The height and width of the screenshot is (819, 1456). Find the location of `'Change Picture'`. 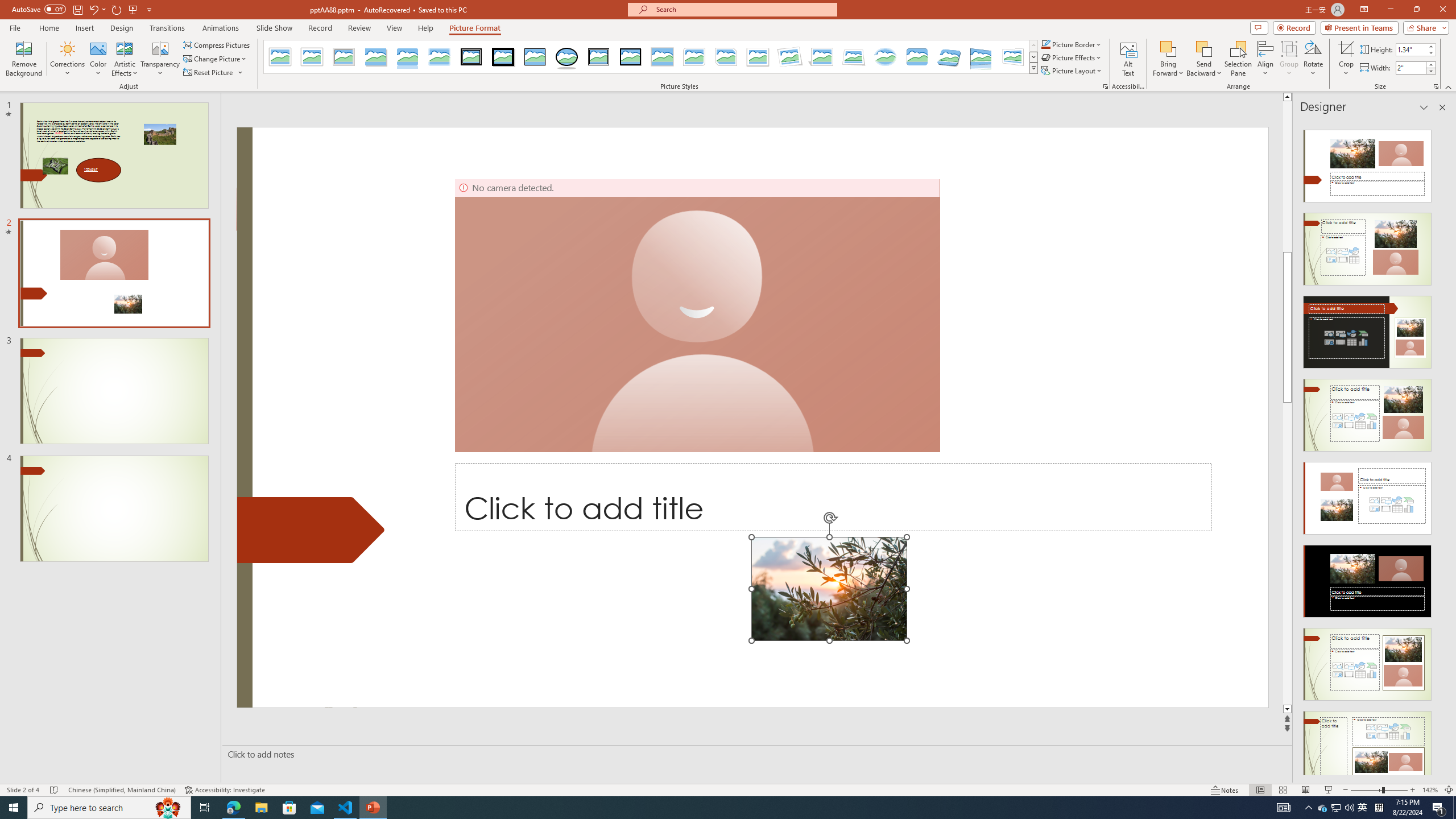

'Change Picture' is located at coordinates (216, 59).